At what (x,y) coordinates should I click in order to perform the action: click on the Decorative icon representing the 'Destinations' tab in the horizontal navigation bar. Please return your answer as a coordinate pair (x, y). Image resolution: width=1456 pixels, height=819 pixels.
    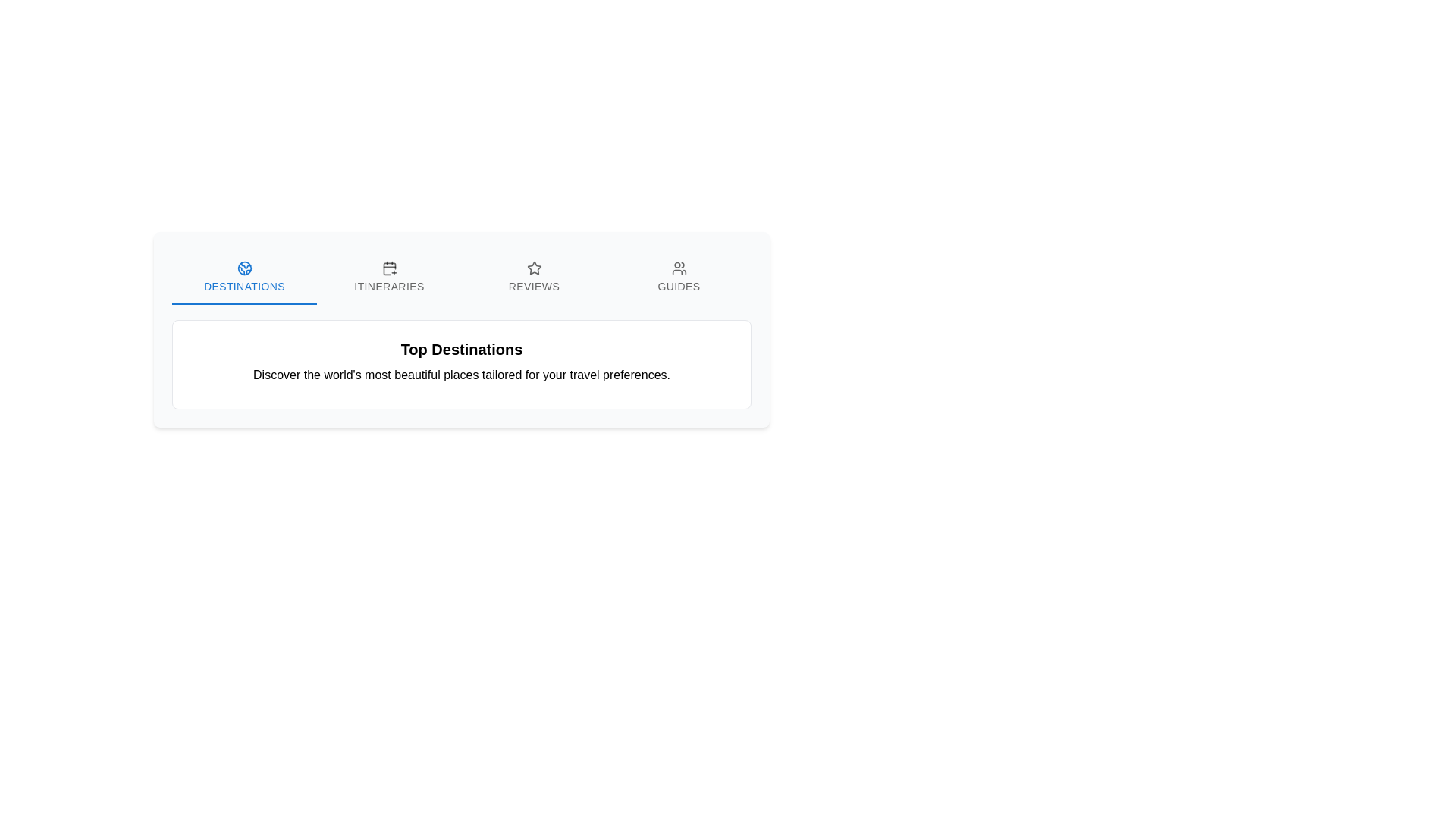
    Looking at the image, I should click on (244, 268).